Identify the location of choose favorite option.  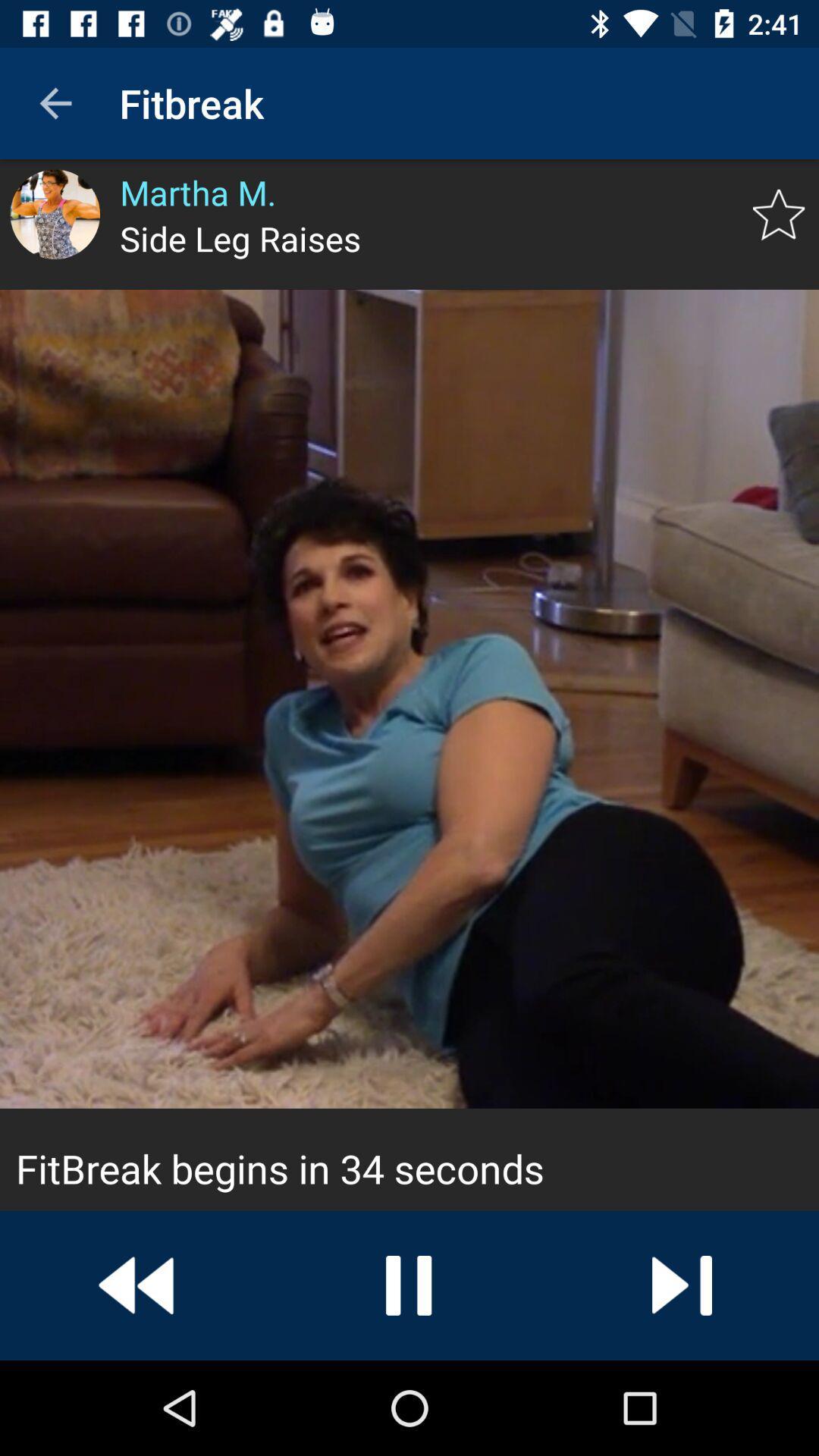
(779, 214).